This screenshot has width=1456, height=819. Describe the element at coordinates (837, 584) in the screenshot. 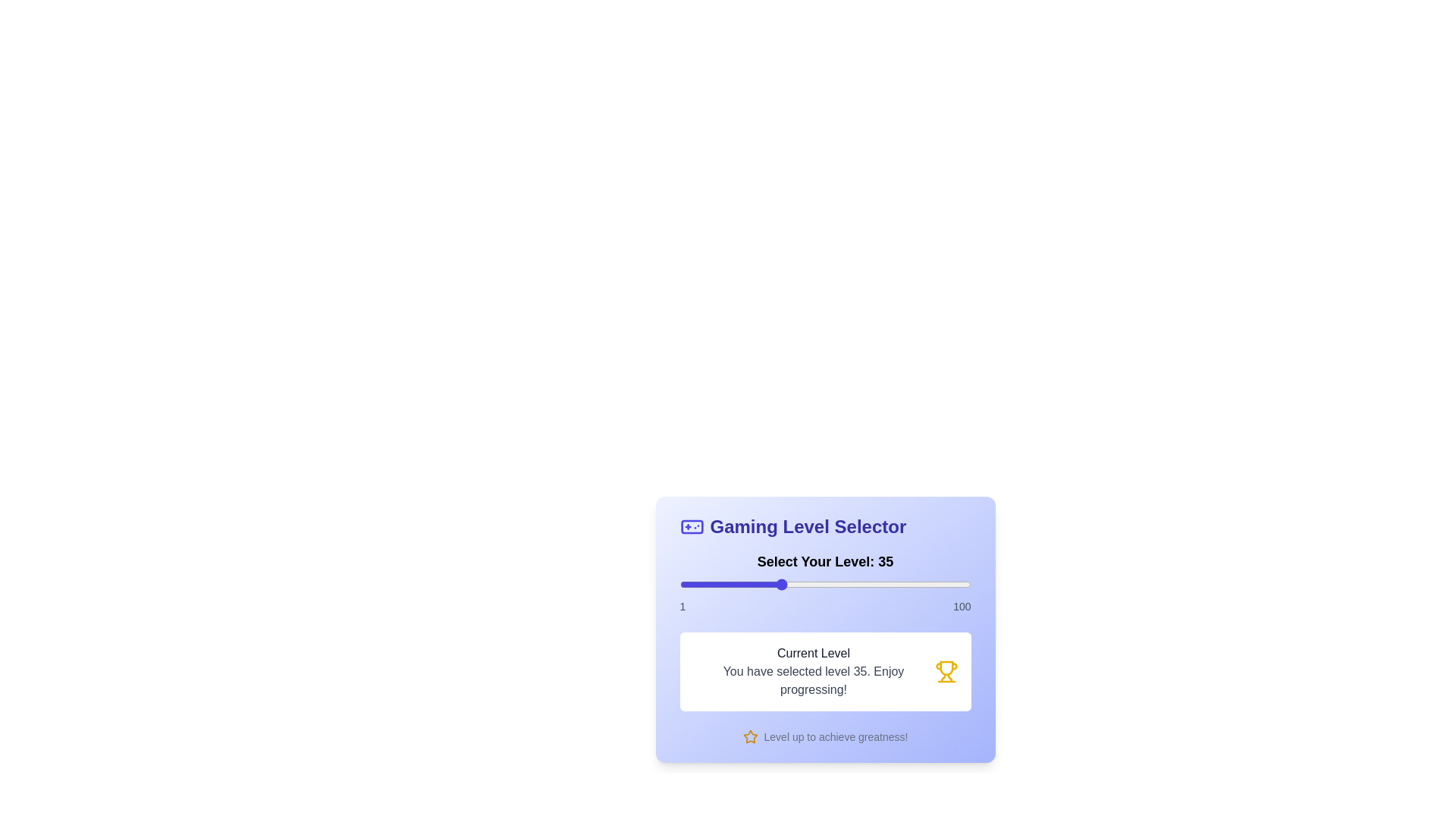

I see `the level` at that location.